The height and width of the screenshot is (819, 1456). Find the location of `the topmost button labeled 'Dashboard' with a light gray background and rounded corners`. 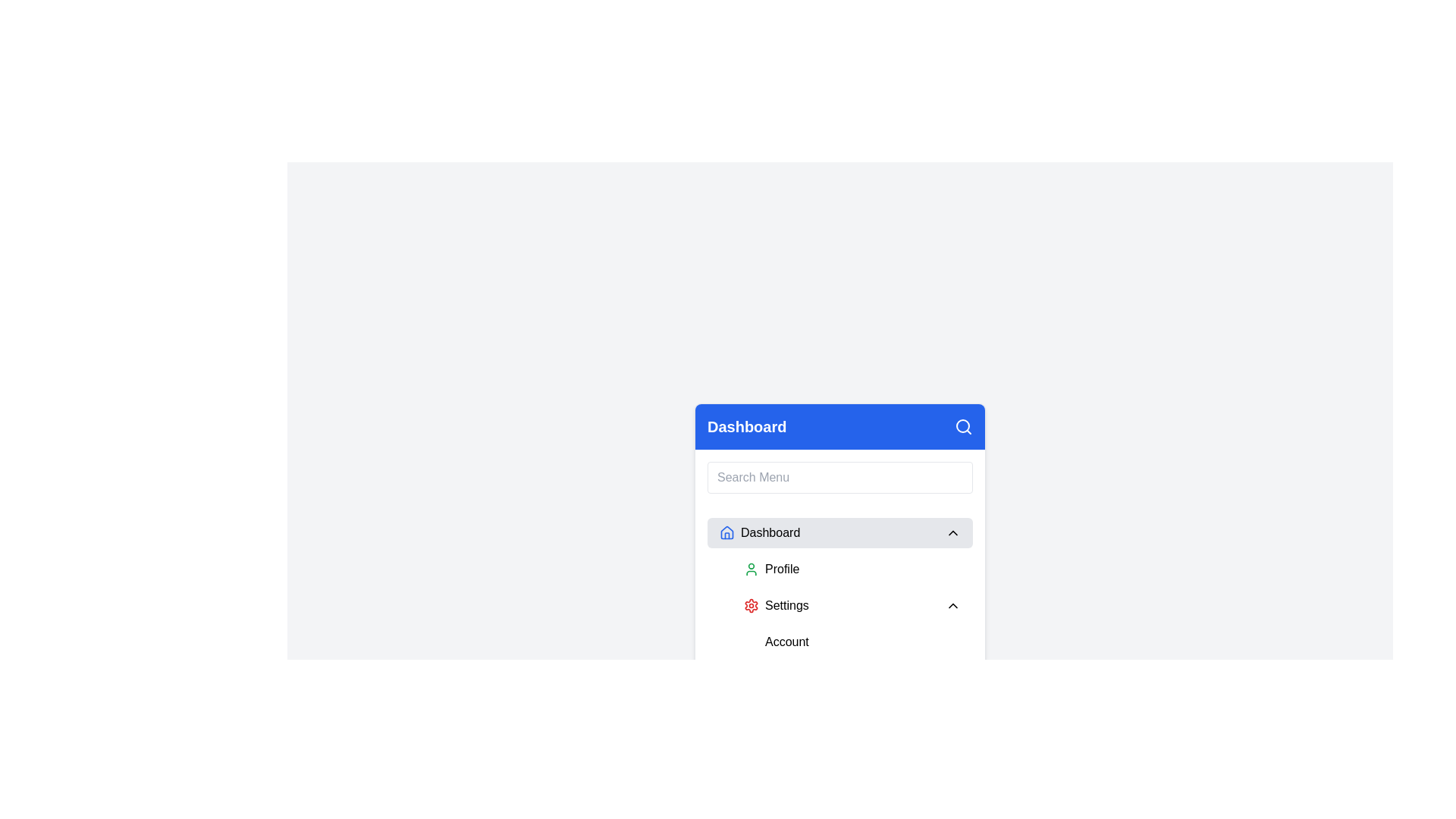

the topmost button labeled 'Dashboard' with a light gray background and rounded corners is located at coordinates (839, 532).